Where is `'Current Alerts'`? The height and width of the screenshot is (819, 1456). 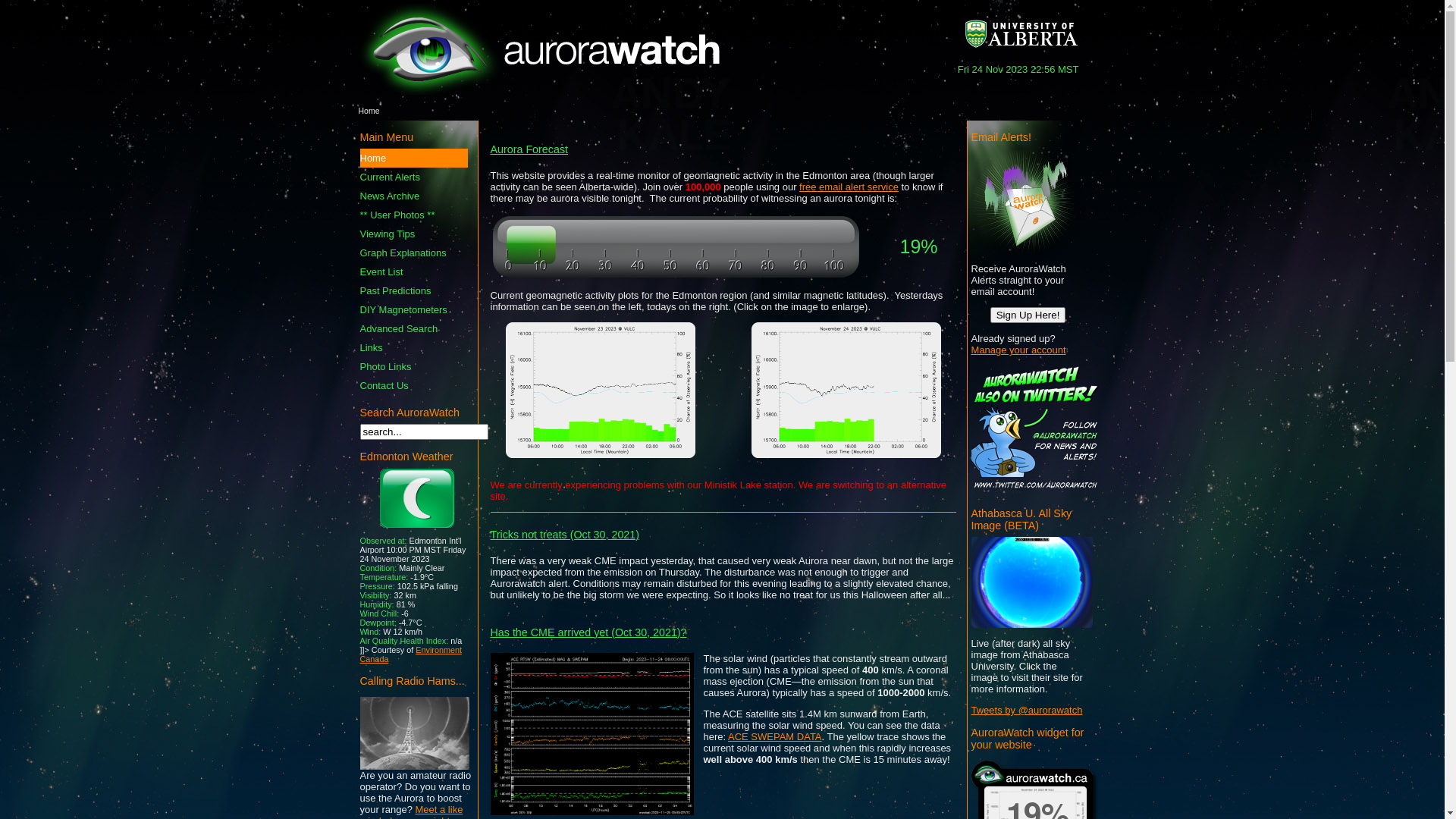
'Current Alerts' is located at coordinates (359, 176).